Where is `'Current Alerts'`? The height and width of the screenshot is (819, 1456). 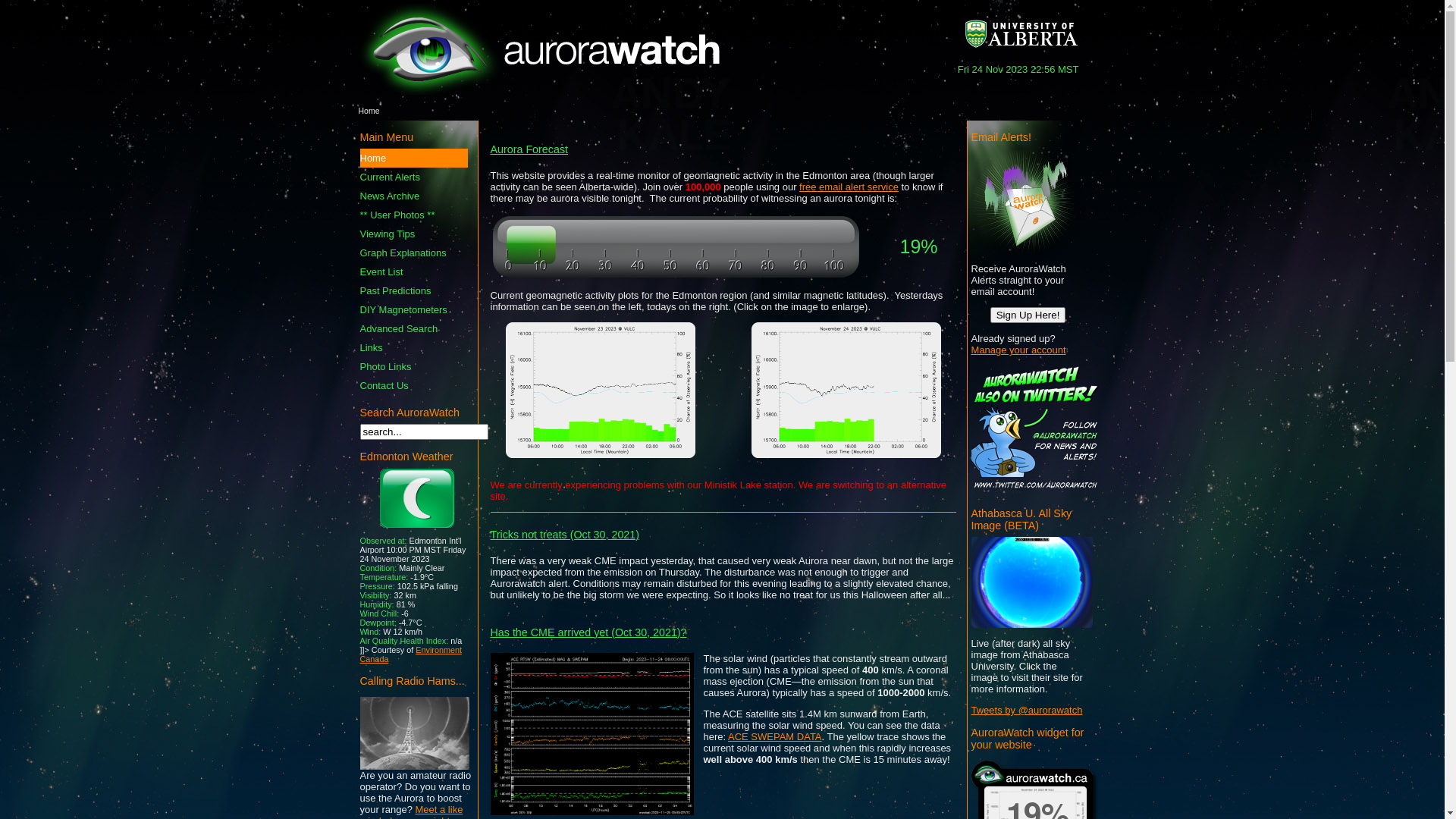
'Current Alerts' is located at coordinates (359, 176).